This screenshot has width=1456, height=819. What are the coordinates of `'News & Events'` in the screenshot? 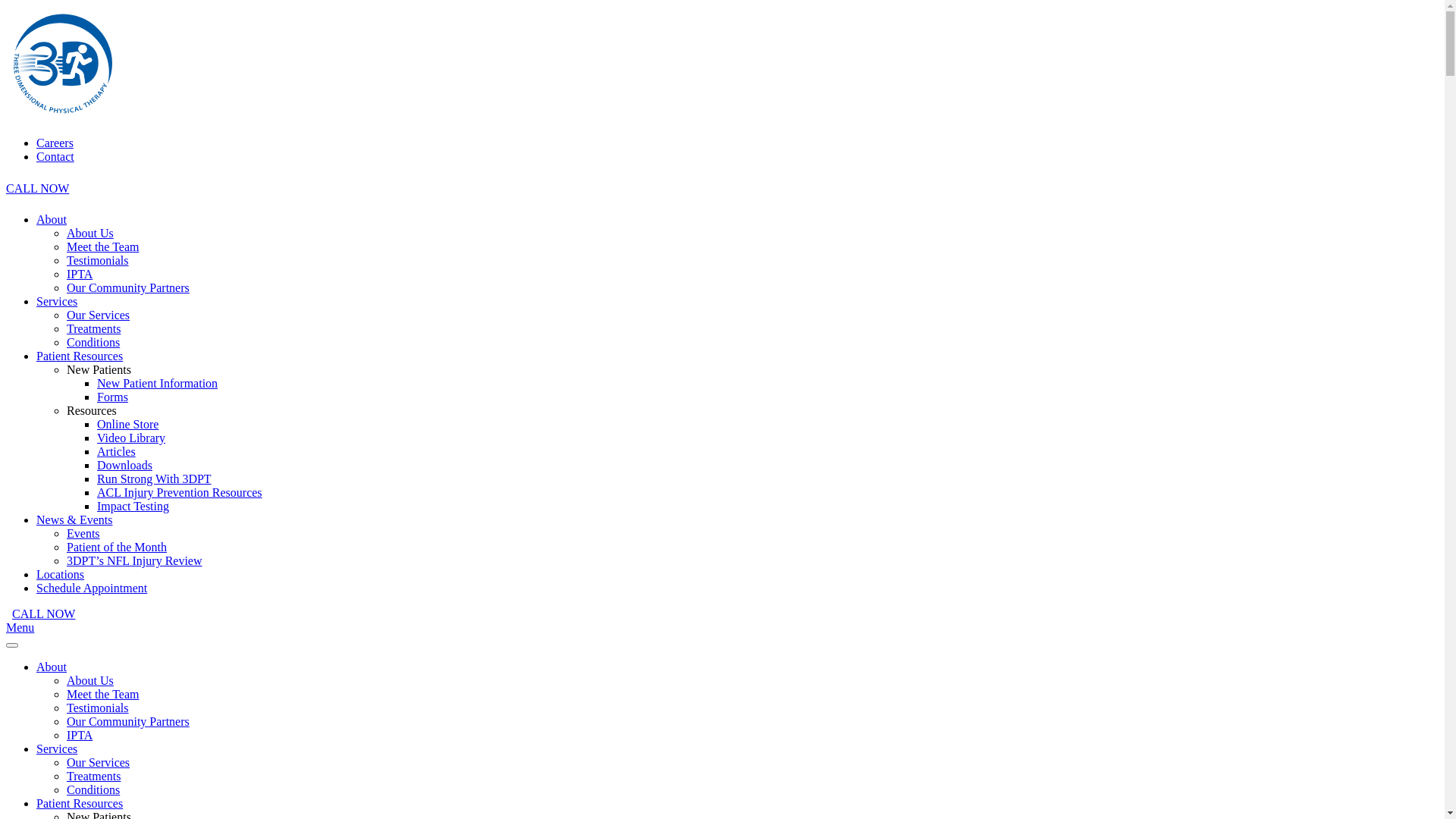 It's located at (73, 519).